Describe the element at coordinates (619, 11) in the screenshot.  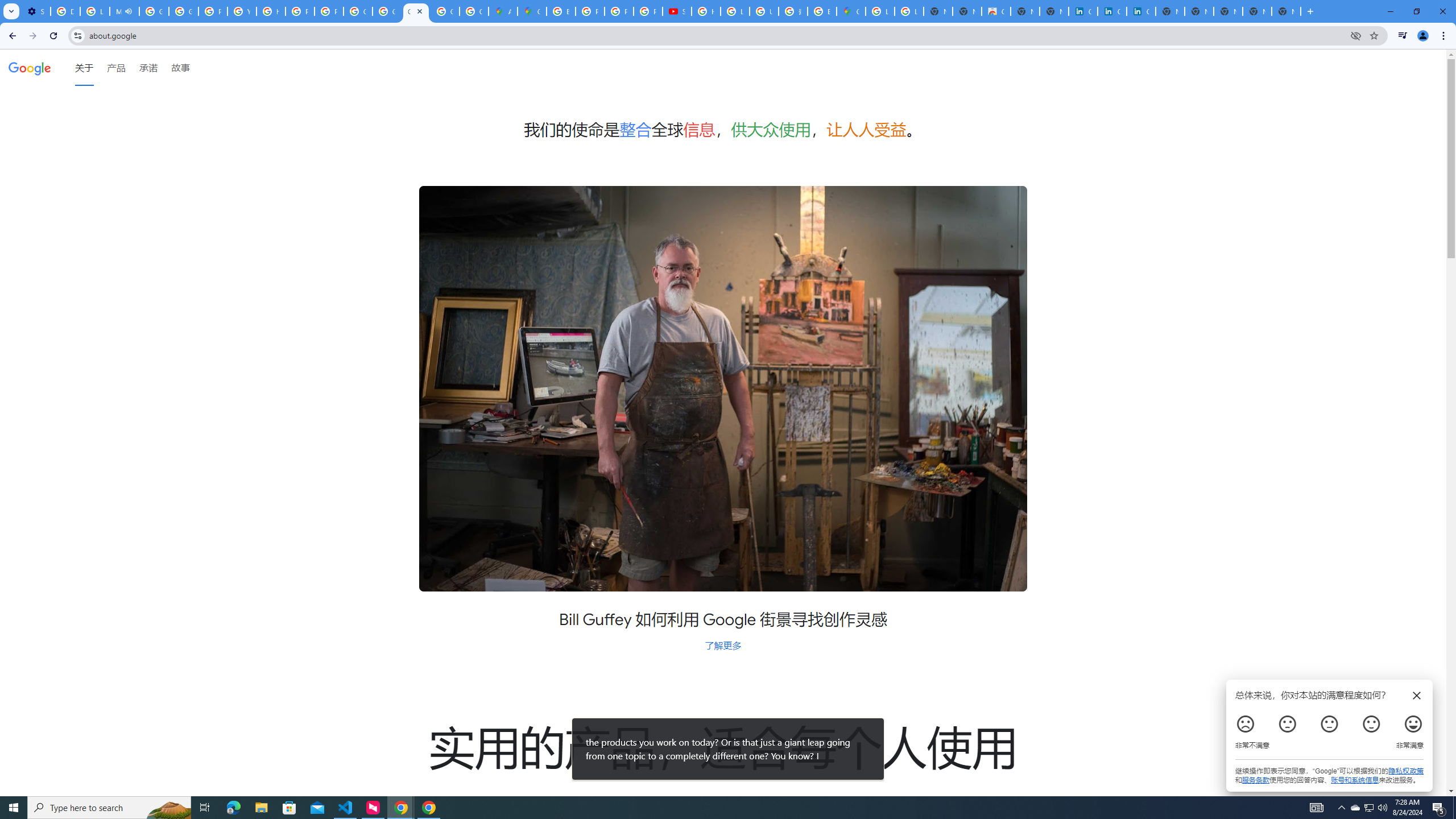
I see `'Privacy Help Center - Policies Help'` at that location.